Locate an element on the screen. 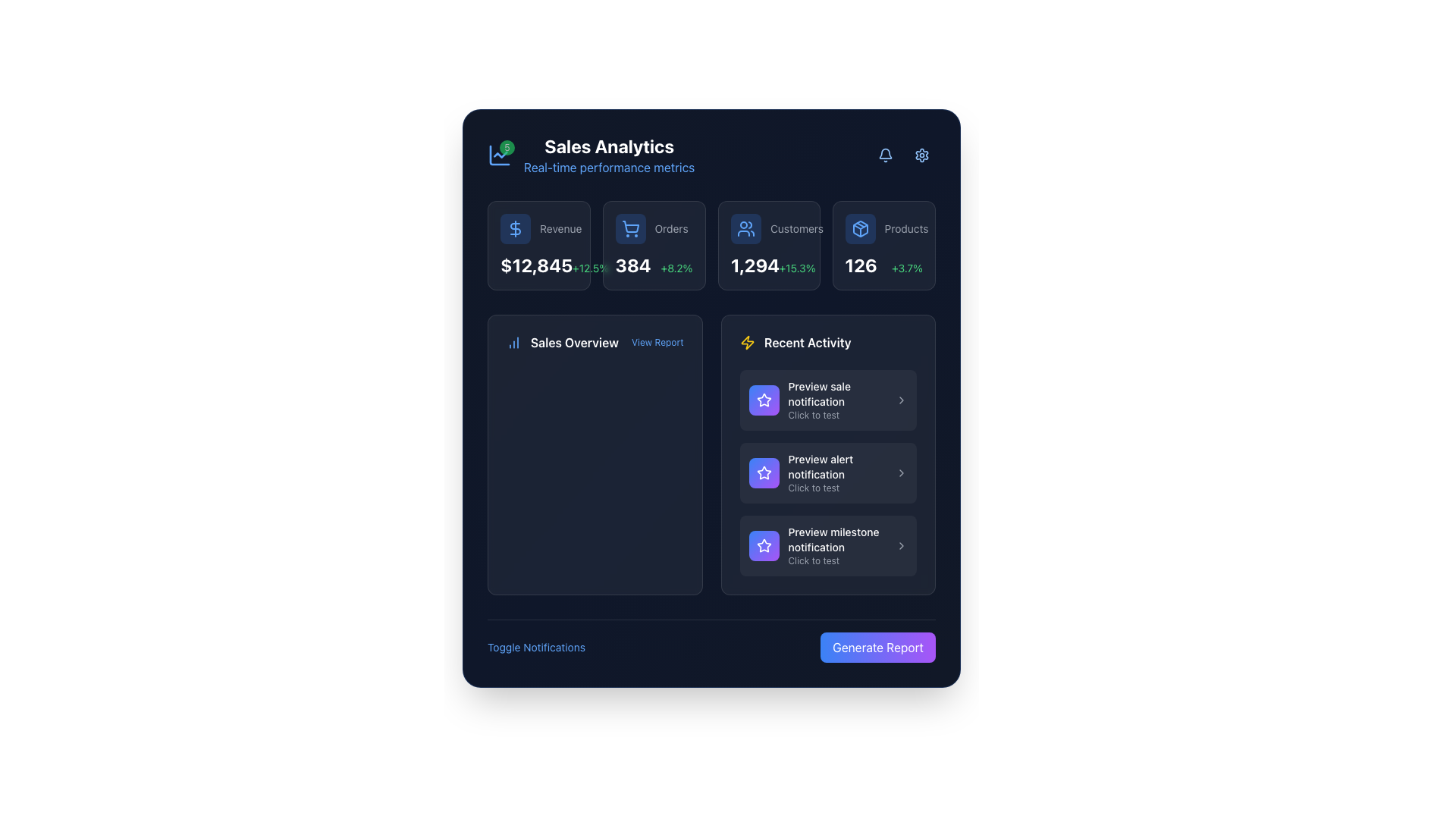 This screenshot has height=819, width=1456. the bell icon in the top-right corner of the panel is located at coordinates (885, 155).